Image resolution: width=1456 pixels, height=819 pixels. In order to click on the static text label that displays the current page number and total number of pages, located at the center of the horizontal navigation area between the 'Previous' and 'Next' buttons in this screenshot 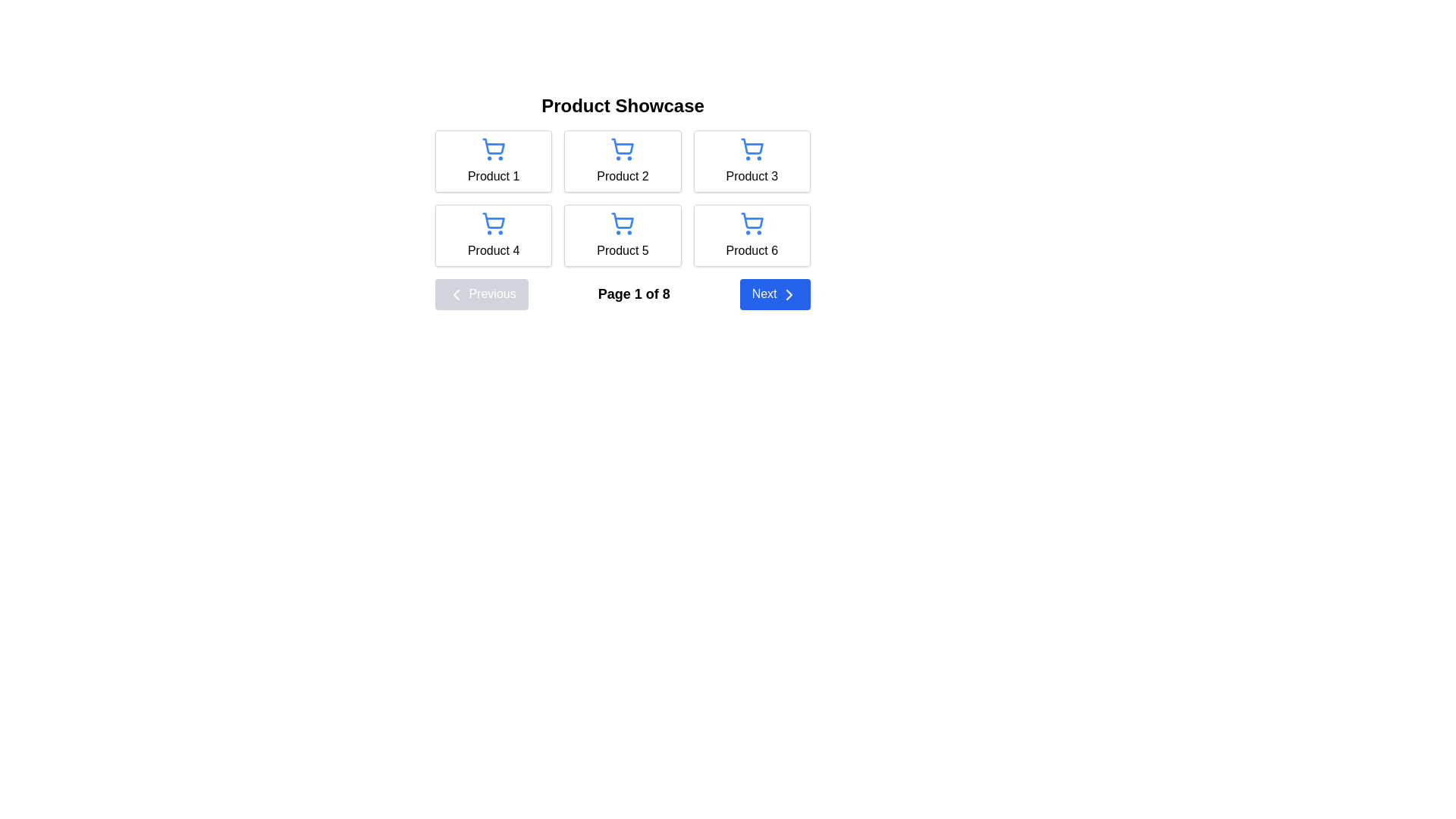, I will do `click(634, 294)`.